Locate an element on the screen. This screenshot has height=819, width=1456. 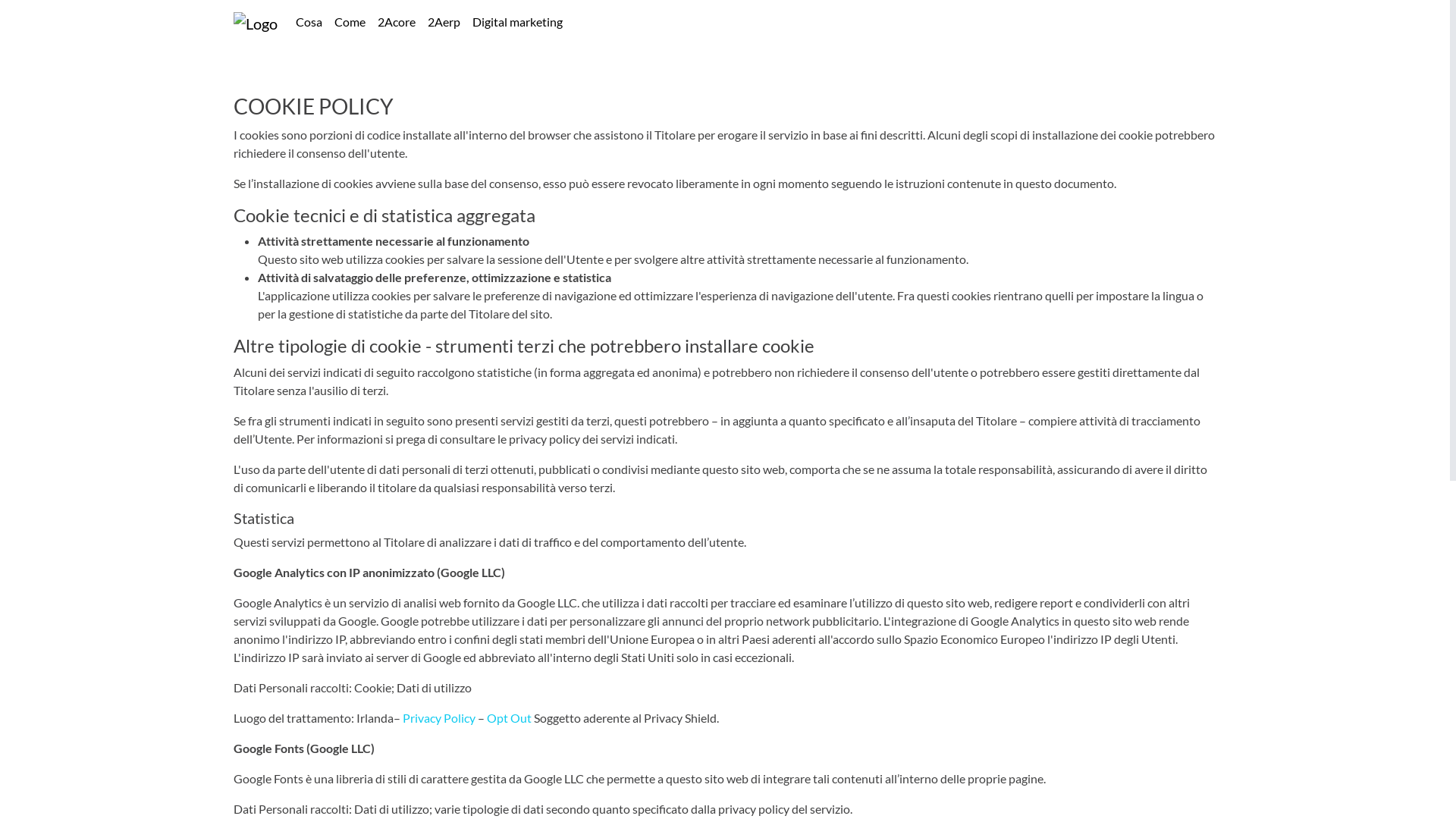
'Digital marketing' is located at coordinates (465, 22).